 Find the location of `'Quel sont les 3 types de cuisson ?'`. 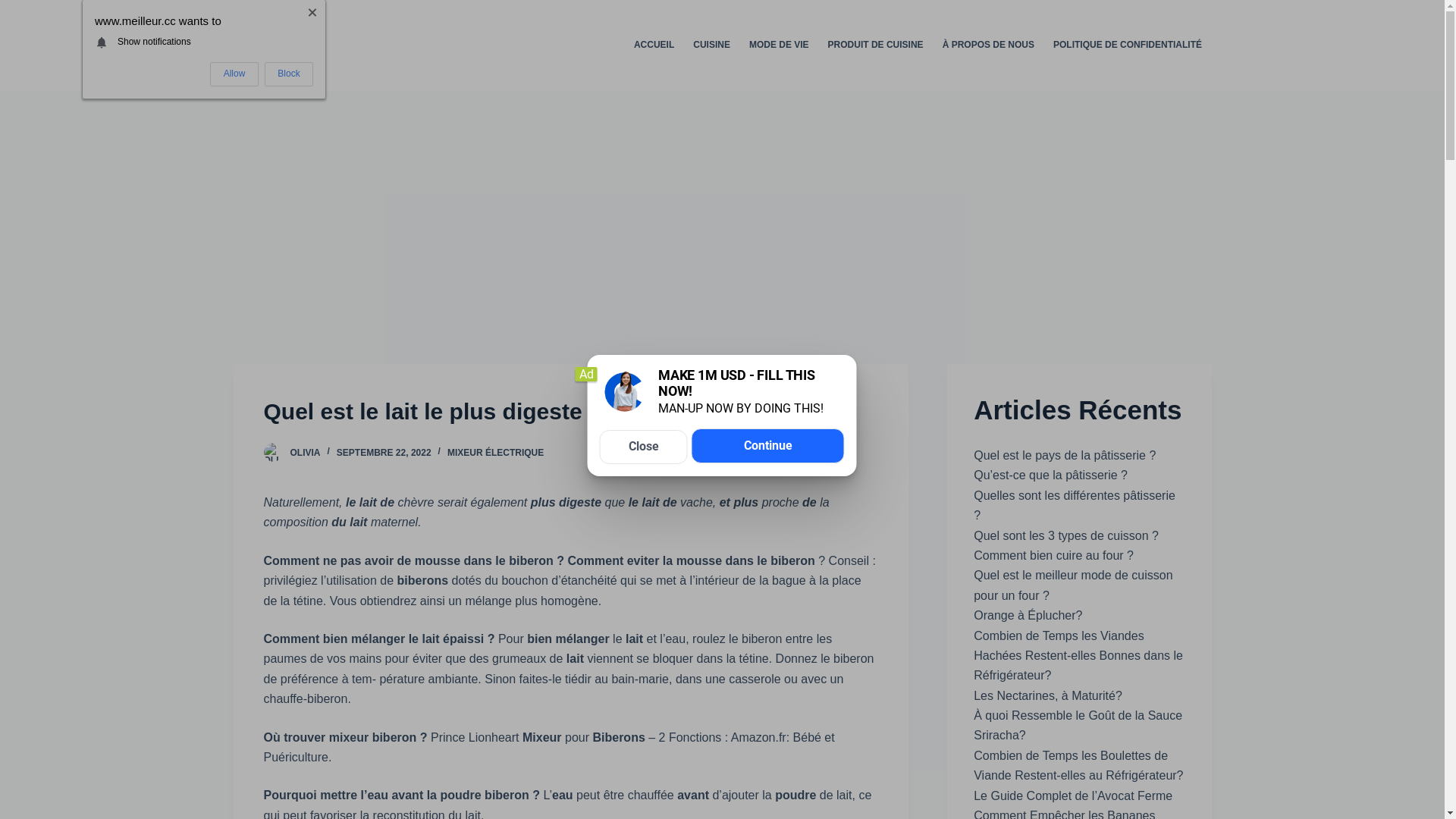

'Quel sont les 3 types de cuisson ?' is located at coordinates (973, 535).